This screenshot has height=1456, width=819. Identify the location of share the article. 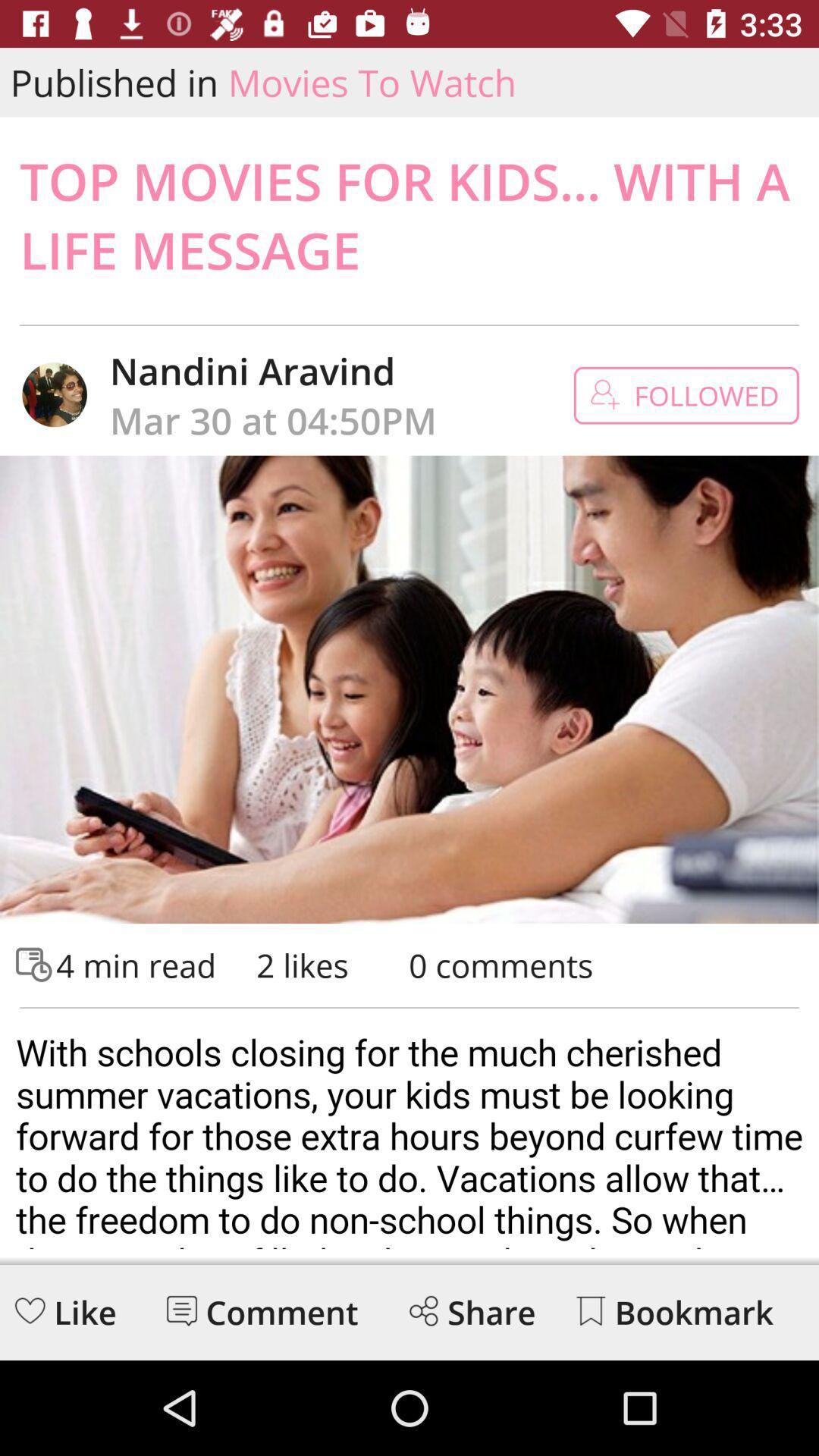
(423, 1310).